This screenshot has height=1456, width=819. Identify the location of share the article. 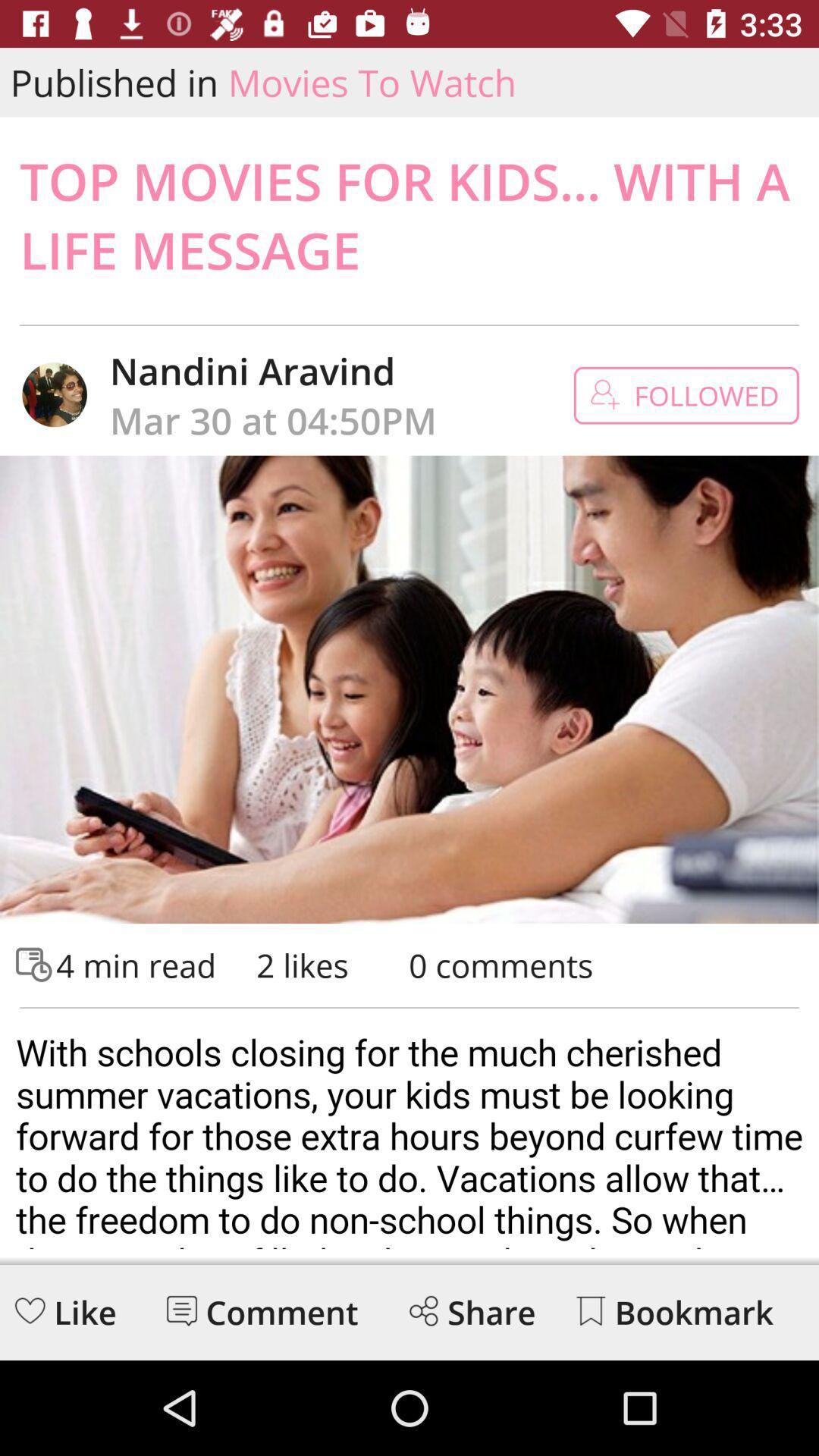
(423, 1310).